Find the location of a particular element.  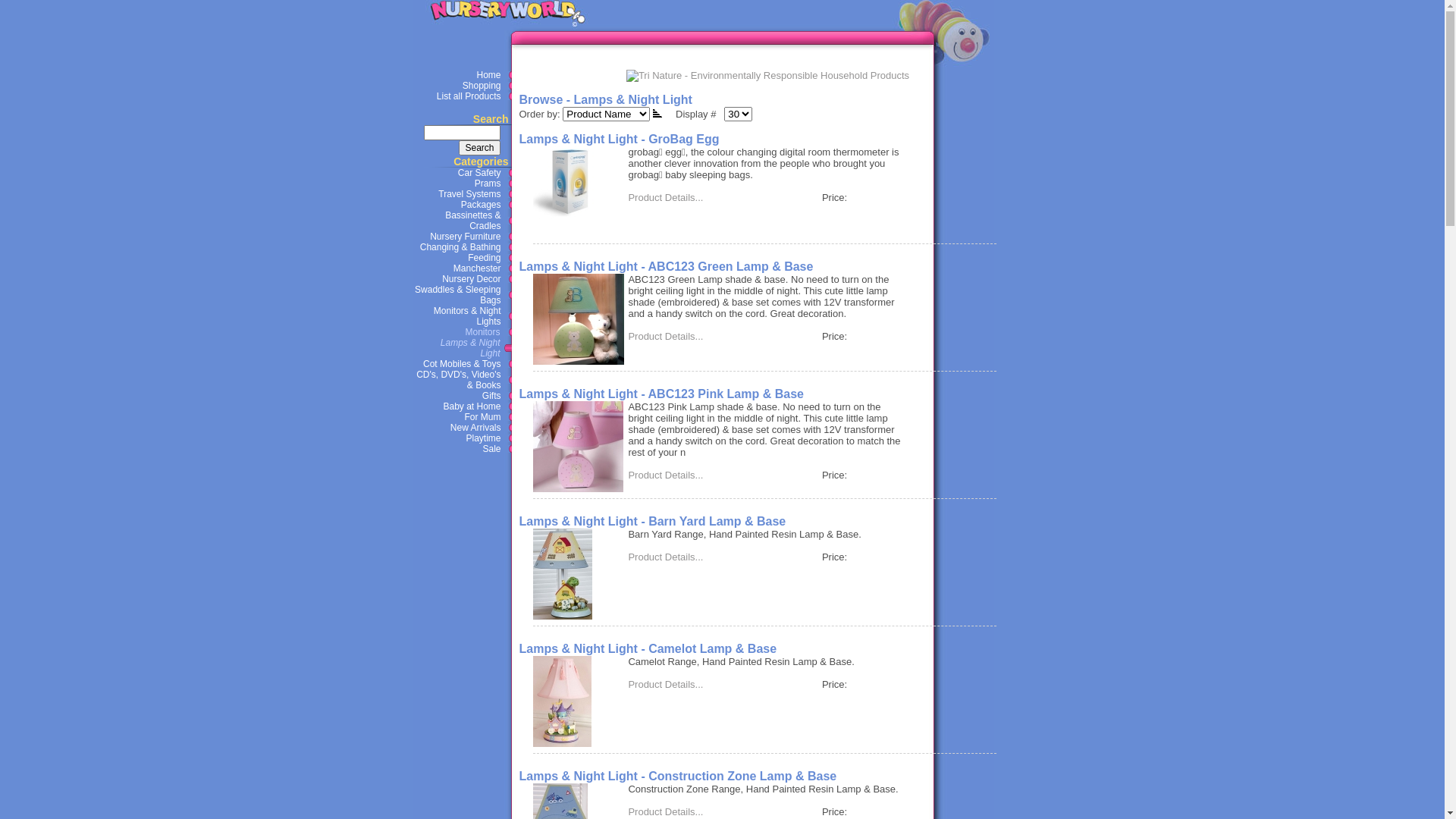

'Travel Systems' is located at coordinates (412, 193).